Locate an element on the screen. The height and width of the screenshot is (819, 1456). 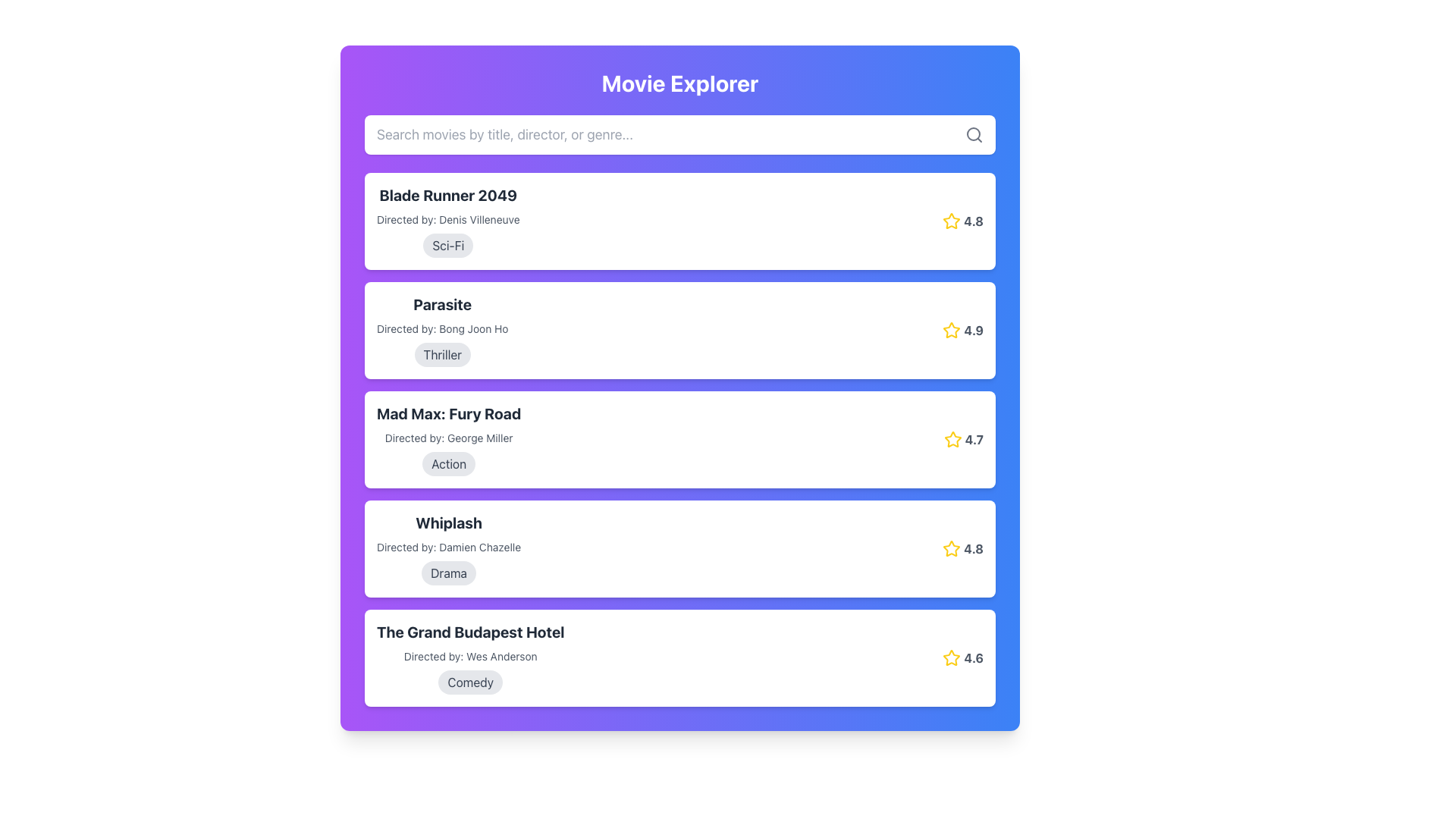
the numerical rating text label located on the right side of the third movie entry ('Mad Max: Fury Road'), adjacent to a yellow star icon is located at coordinates (974, 439).